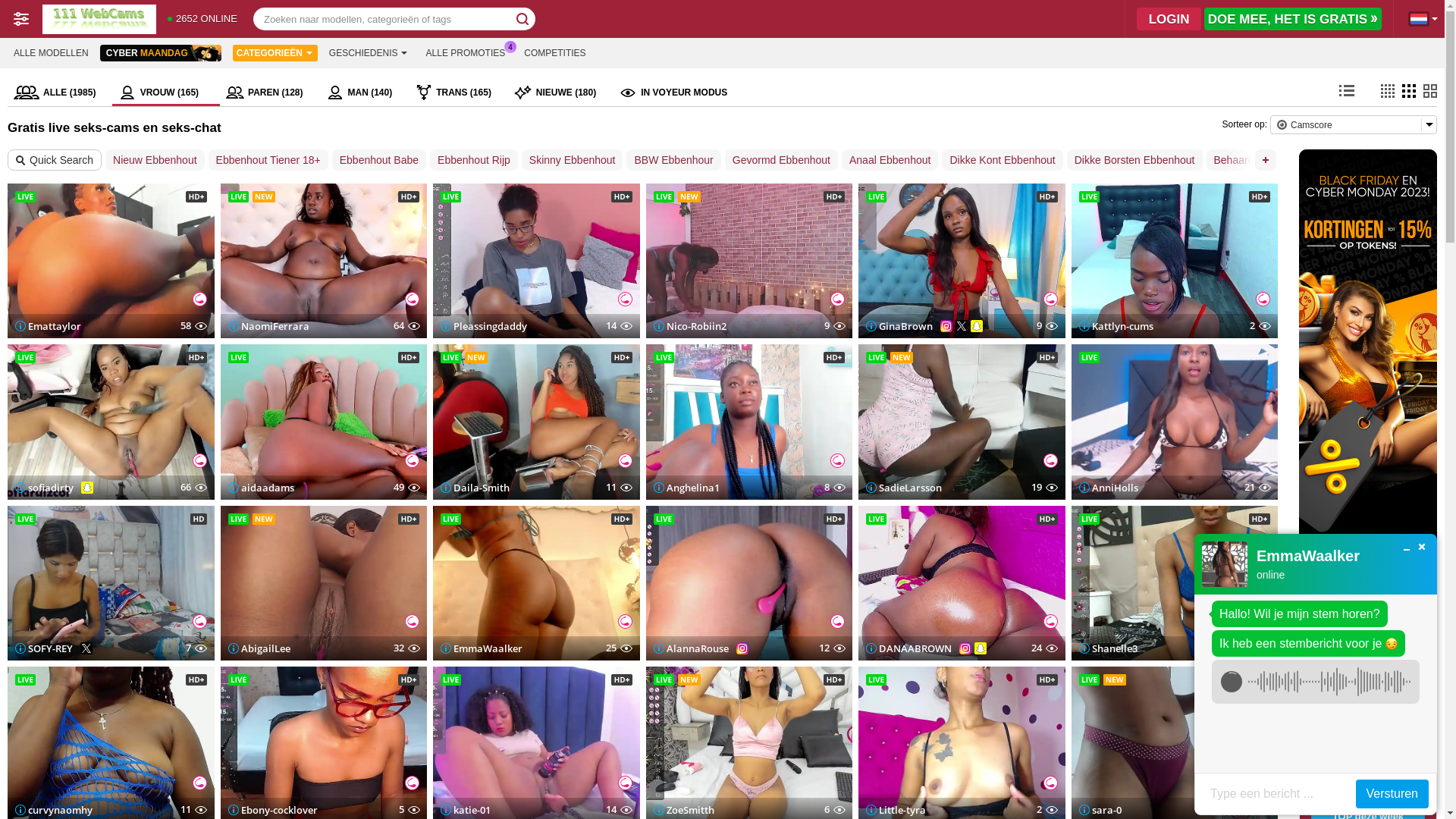 The height and width of the screenshot is (819, 1456). Describe the element at coordinates (364, 93) in the screenshot. I see `'MAN (140)'` at that location.